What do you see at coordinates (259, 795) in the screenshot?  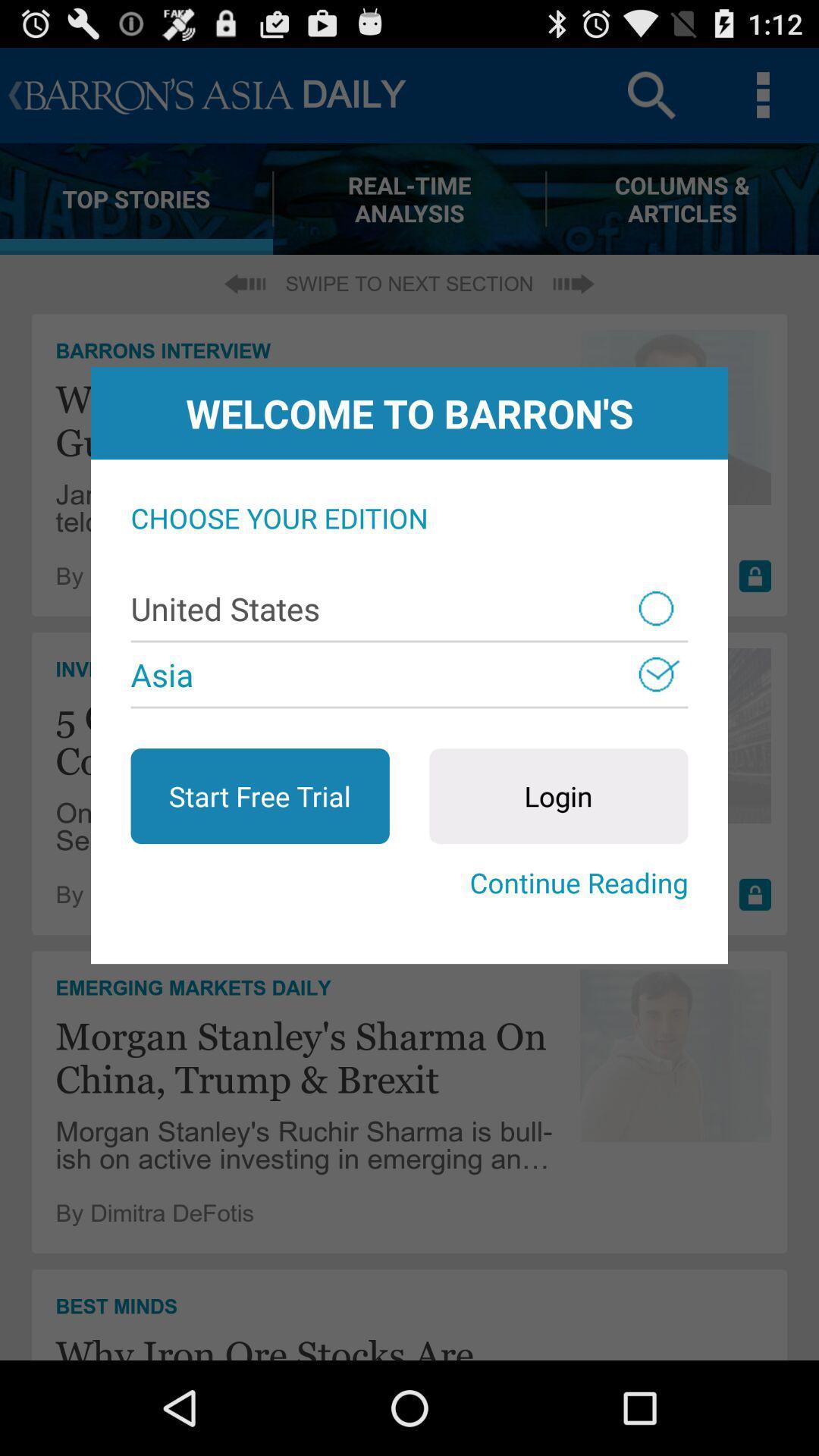 I see `the item to the left of the login button` at bounding box center [259, 795].